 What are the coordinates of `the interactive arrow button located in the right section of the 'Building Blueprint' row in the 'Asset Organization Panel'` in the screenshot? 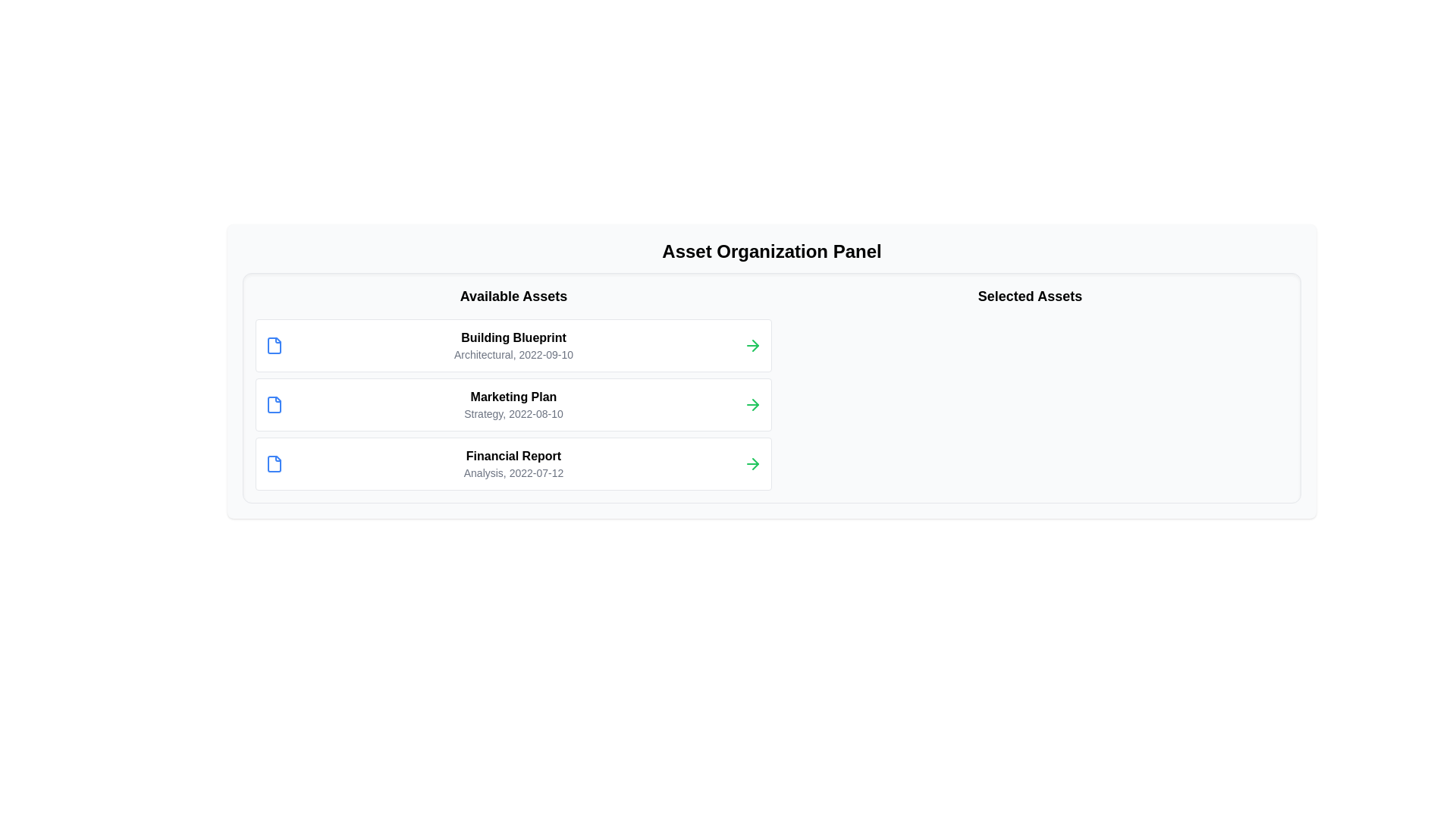 It's located at (753, 345).